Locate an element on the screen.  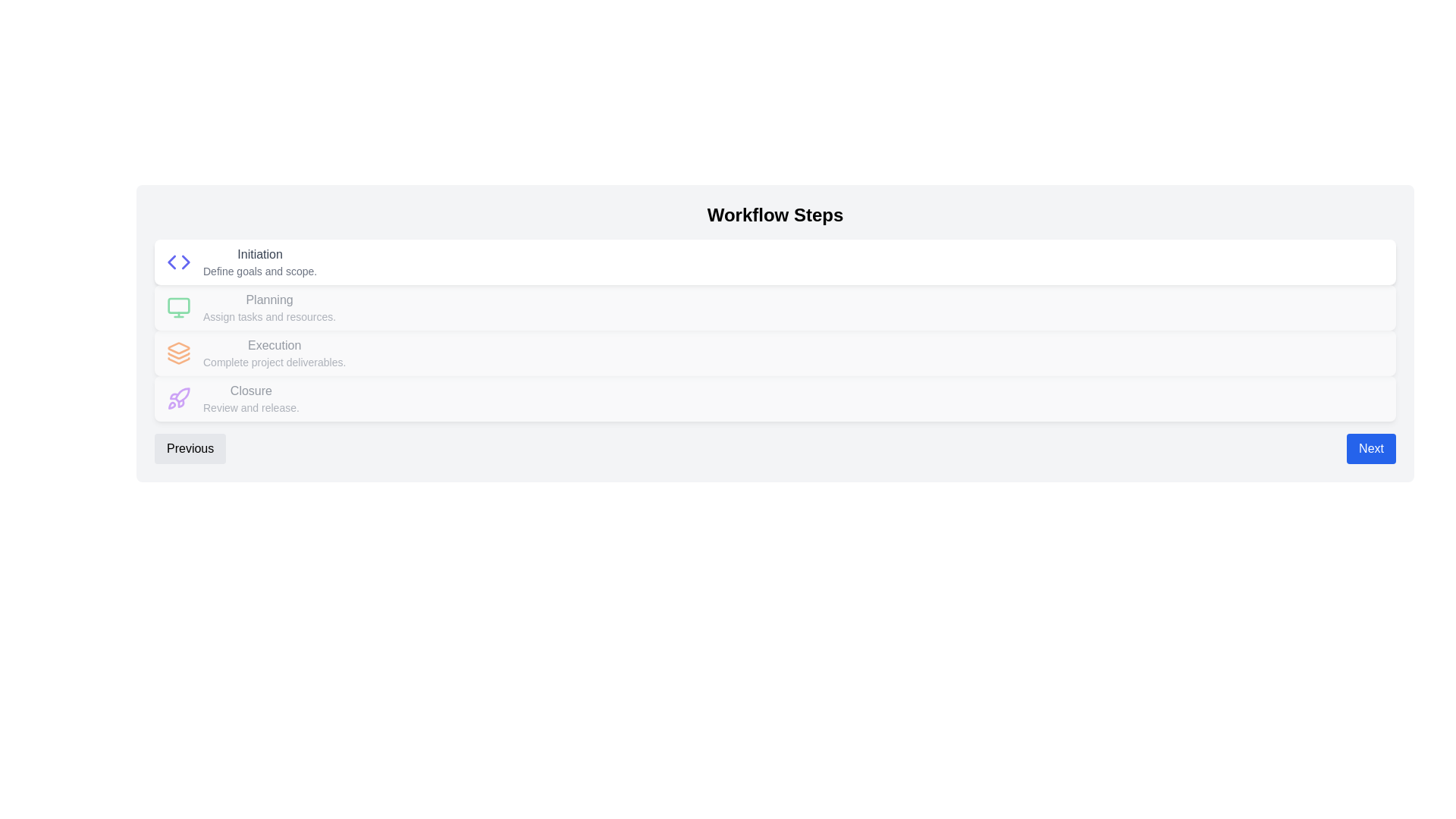
the 'Execution' text label which is part of the 'Workflow Steps' list, indicating the completion of project deliverables is located at coordinates (275, 353).